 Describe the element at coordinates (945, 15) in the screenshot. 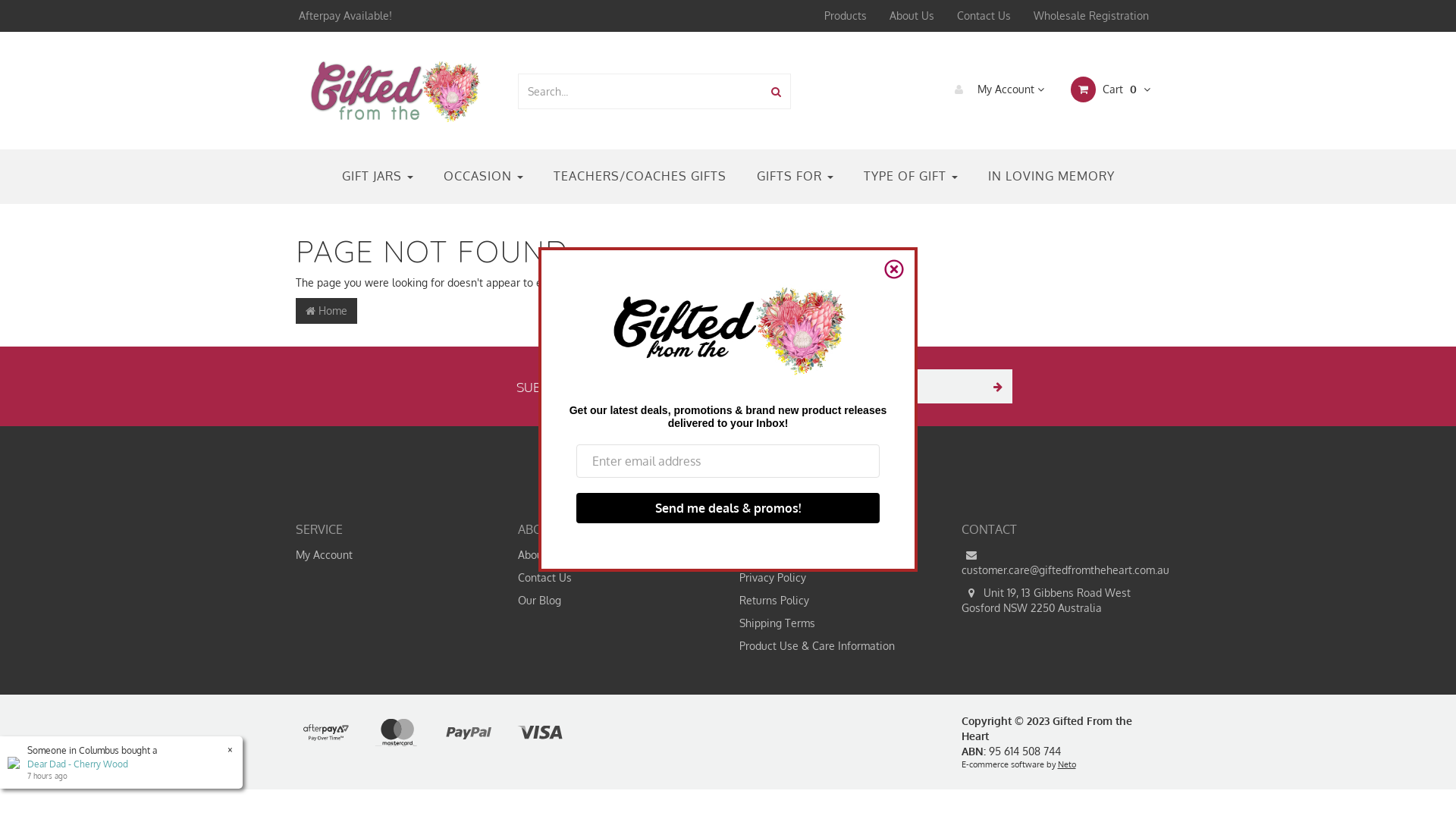

I see `'Contact Us'` at that location.